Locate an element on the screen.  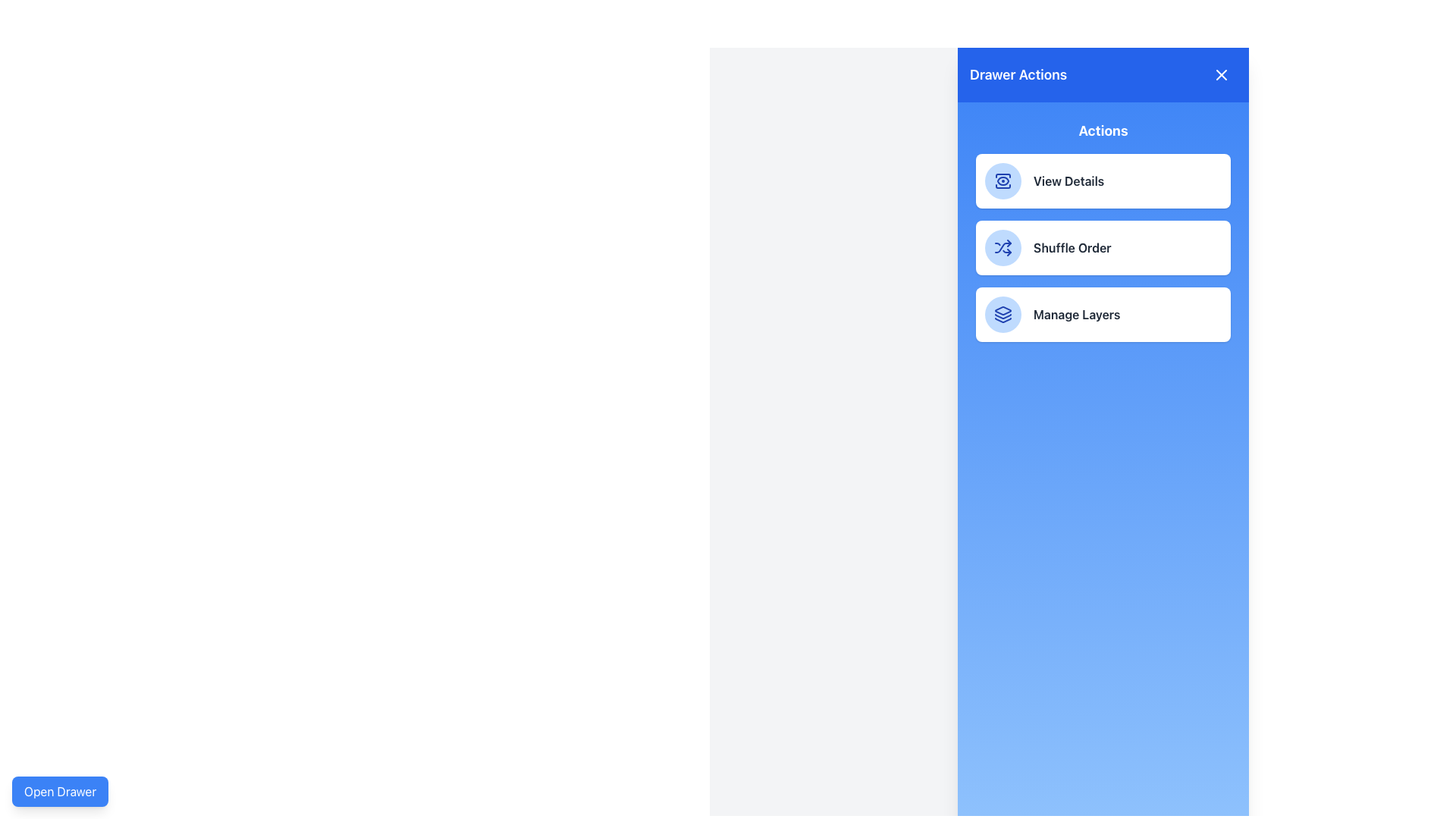
the upper layer of the diamond-shaped icon representing the 'Manage Layers' action is located at coordinates (1003, 309).